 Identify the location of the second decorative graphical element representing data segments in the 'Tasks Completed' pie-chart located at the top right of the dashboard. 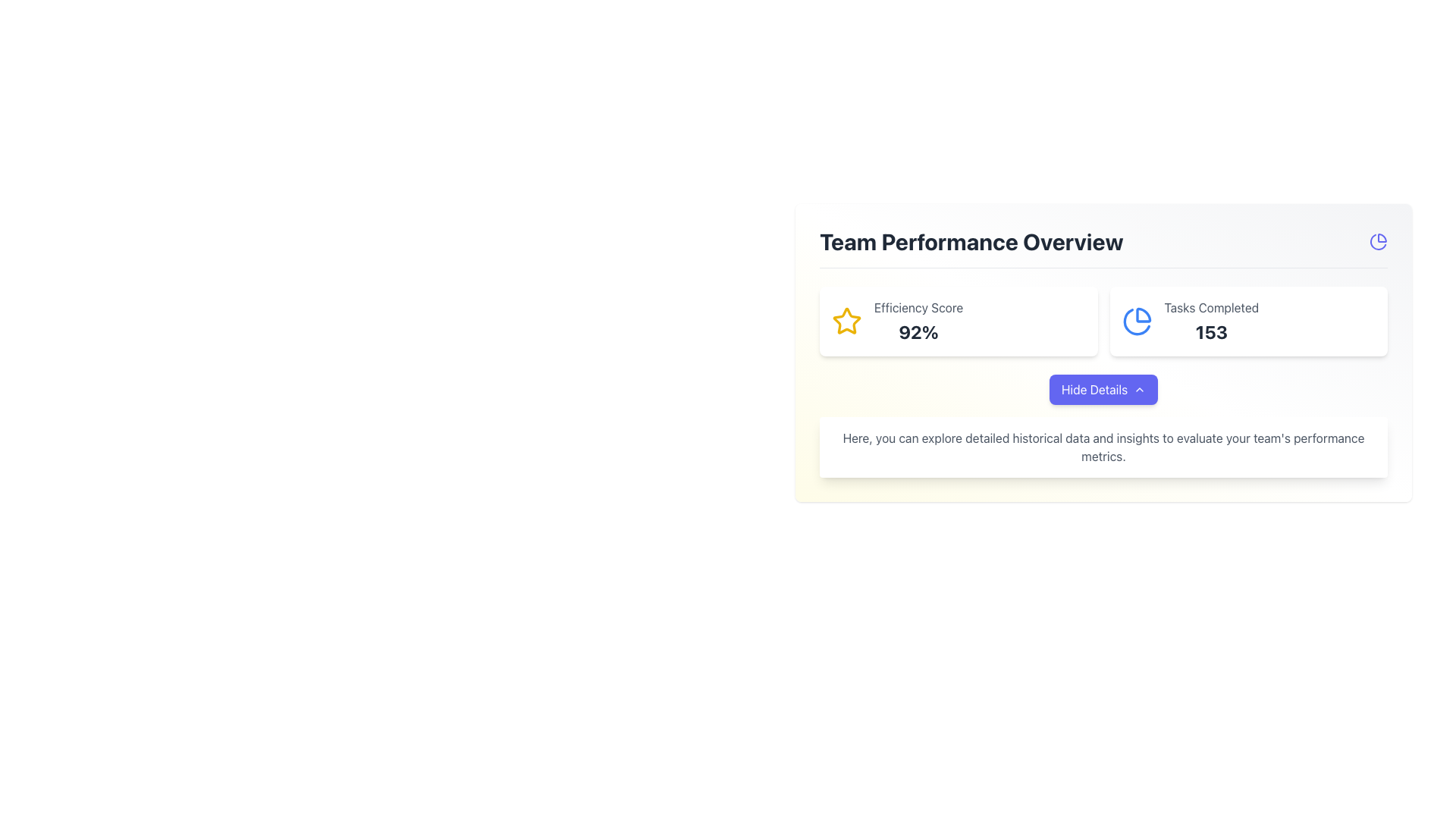
(1136, 321).